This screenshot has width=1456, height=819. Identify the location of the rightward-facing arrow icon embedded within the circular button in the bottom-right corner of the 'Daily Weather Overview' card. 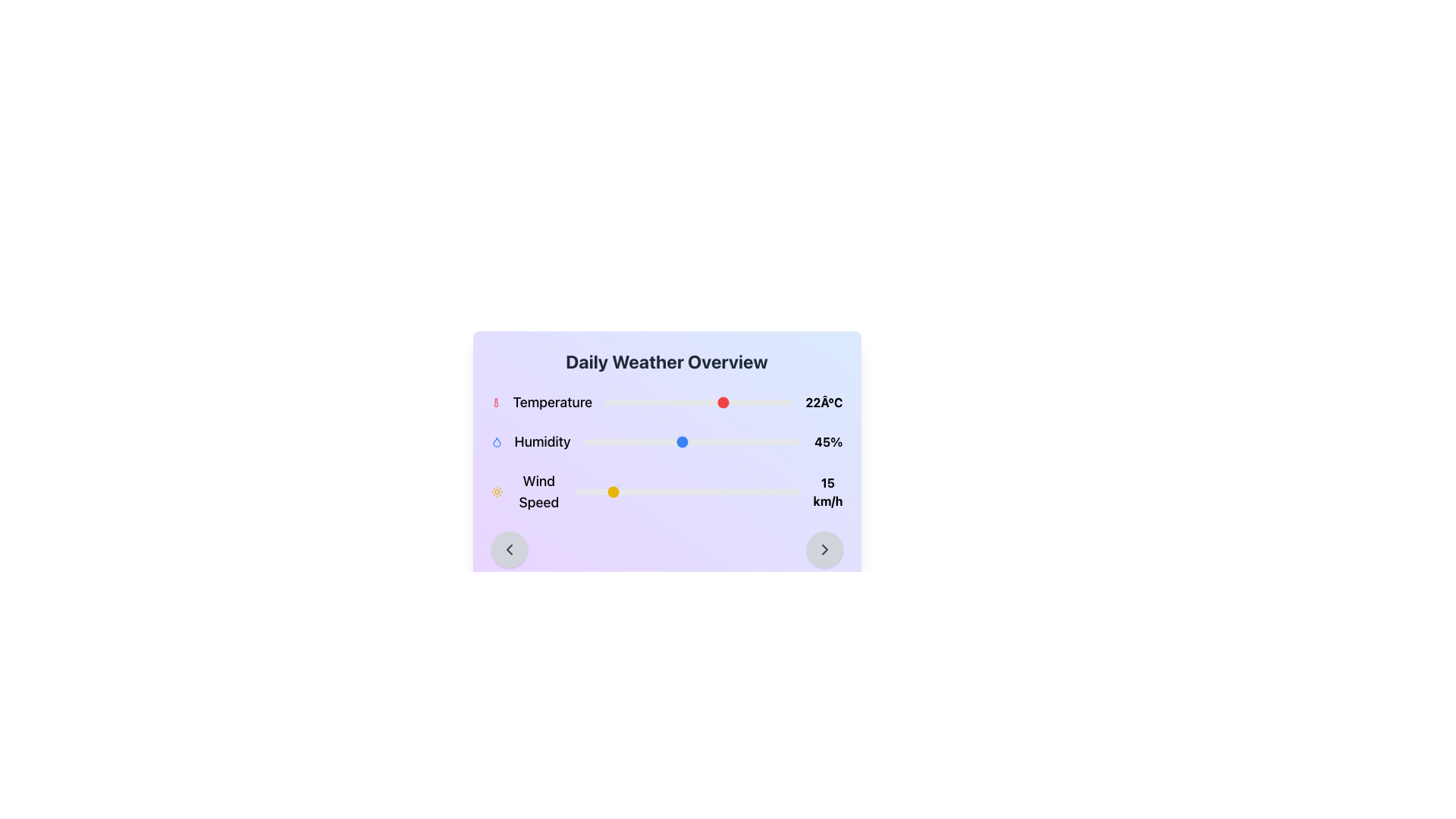
(824, 550).